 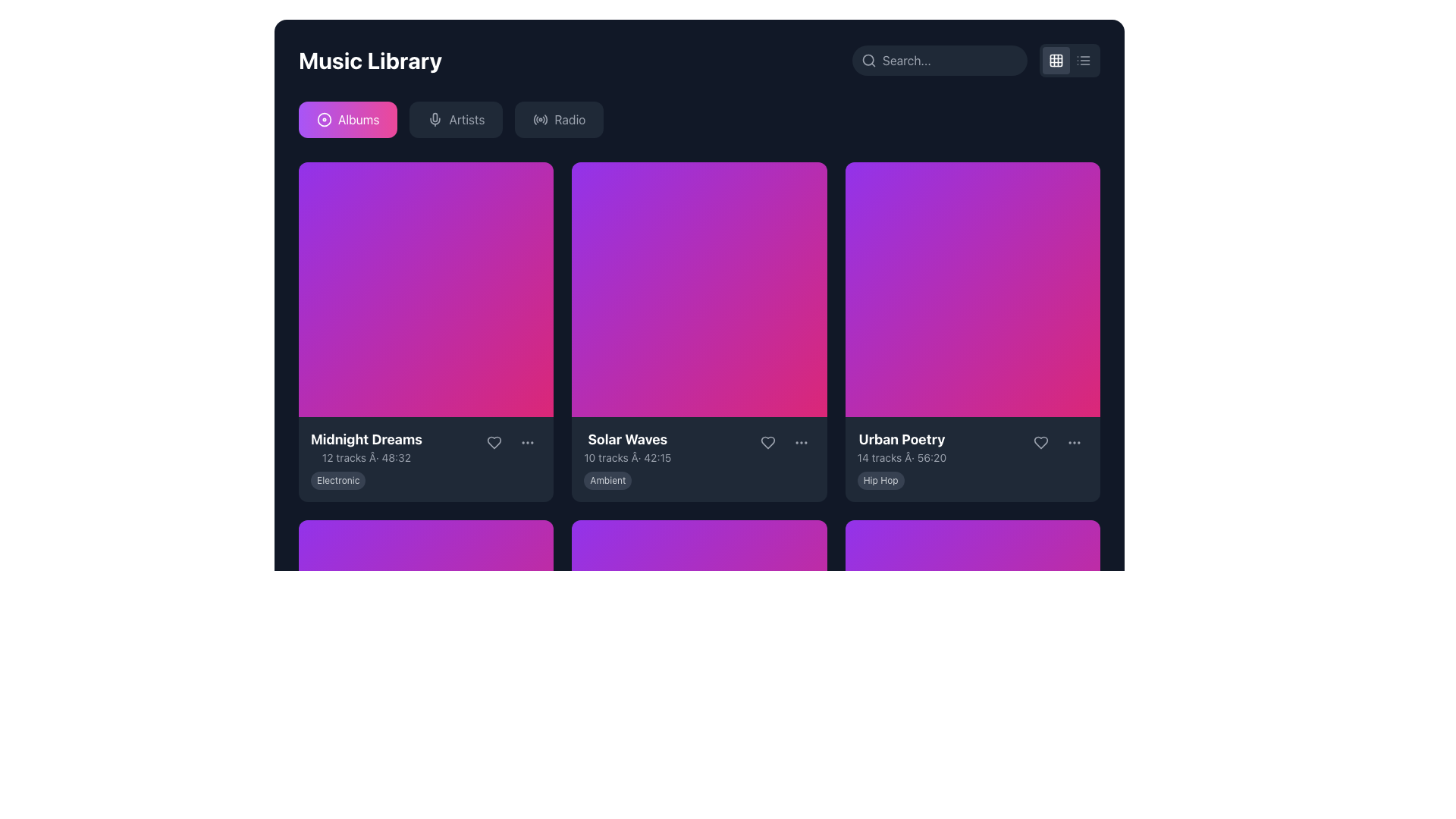 I want to click on contents of the Text display that provides information about the 'Midnight Dreams' album, located in the first cell of the top row beneath its album image, so click(x=366, y=447).